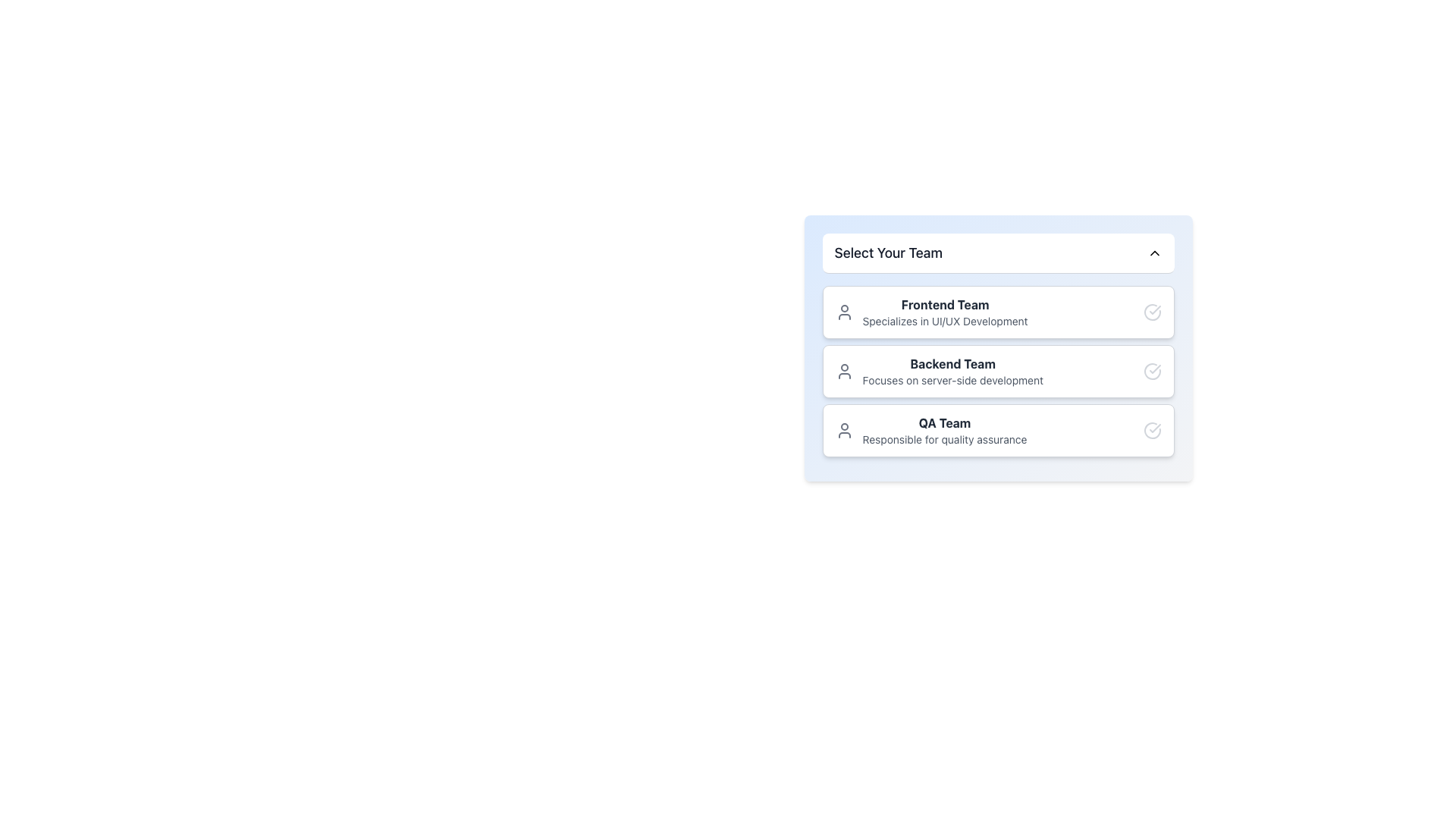 The image size is (1456, 819). Describe the element at coordinates (1152, 312) in the screenshot. I see `the success icon representing the 'Frontend Team' located to the right of the 'Specializes in UI/UX Development' text` at that location.